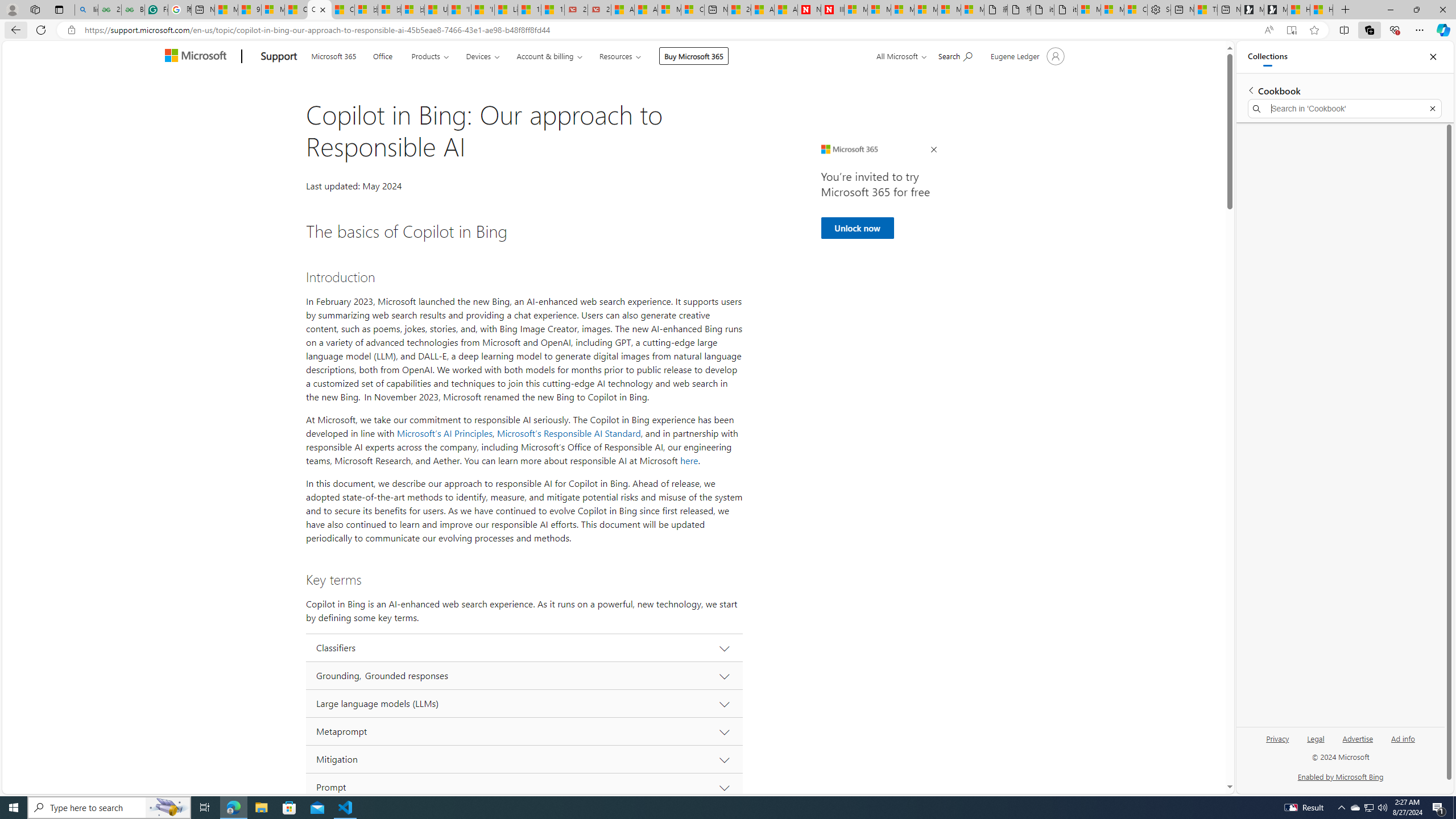  What do you see at coordinates (1433, 109) in the screenshot?
I see `'Exit search'` at bounding box center [1433, 109].